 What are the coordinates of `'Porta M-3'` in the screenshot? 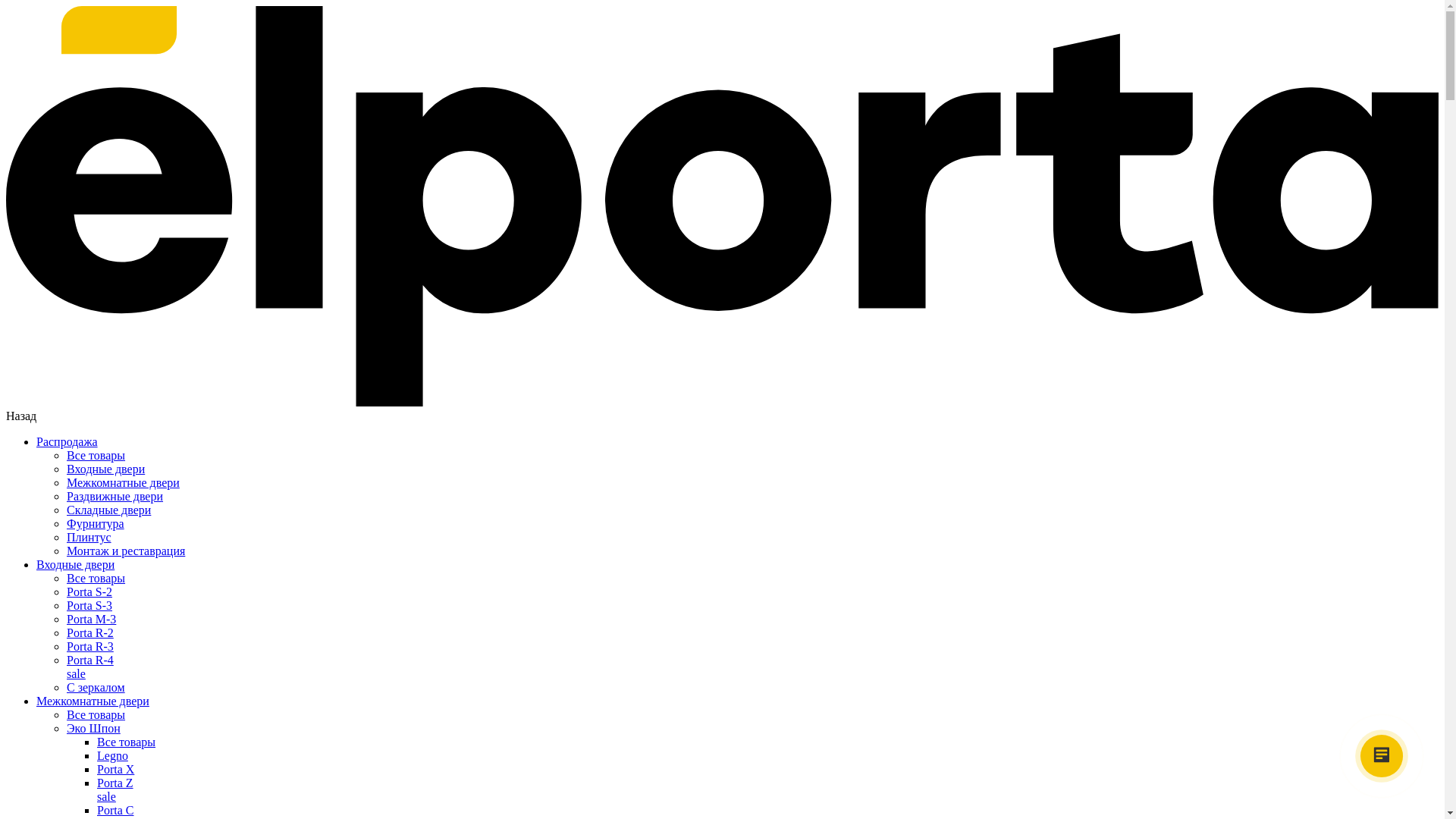 It's located at (90, 619).